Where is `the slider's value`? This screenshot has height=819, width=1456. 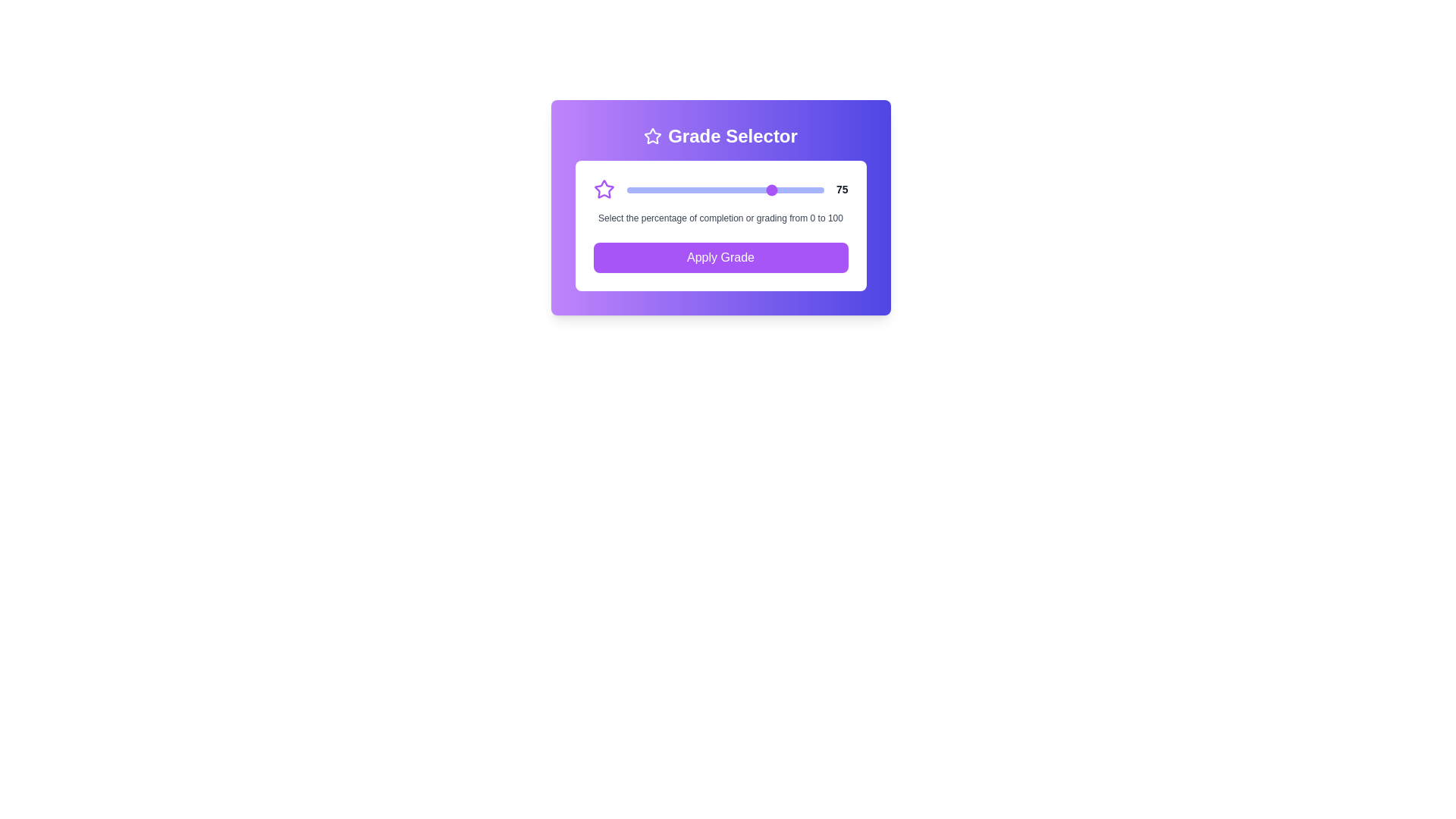
the slider's value is located at coordinates (798, 189).